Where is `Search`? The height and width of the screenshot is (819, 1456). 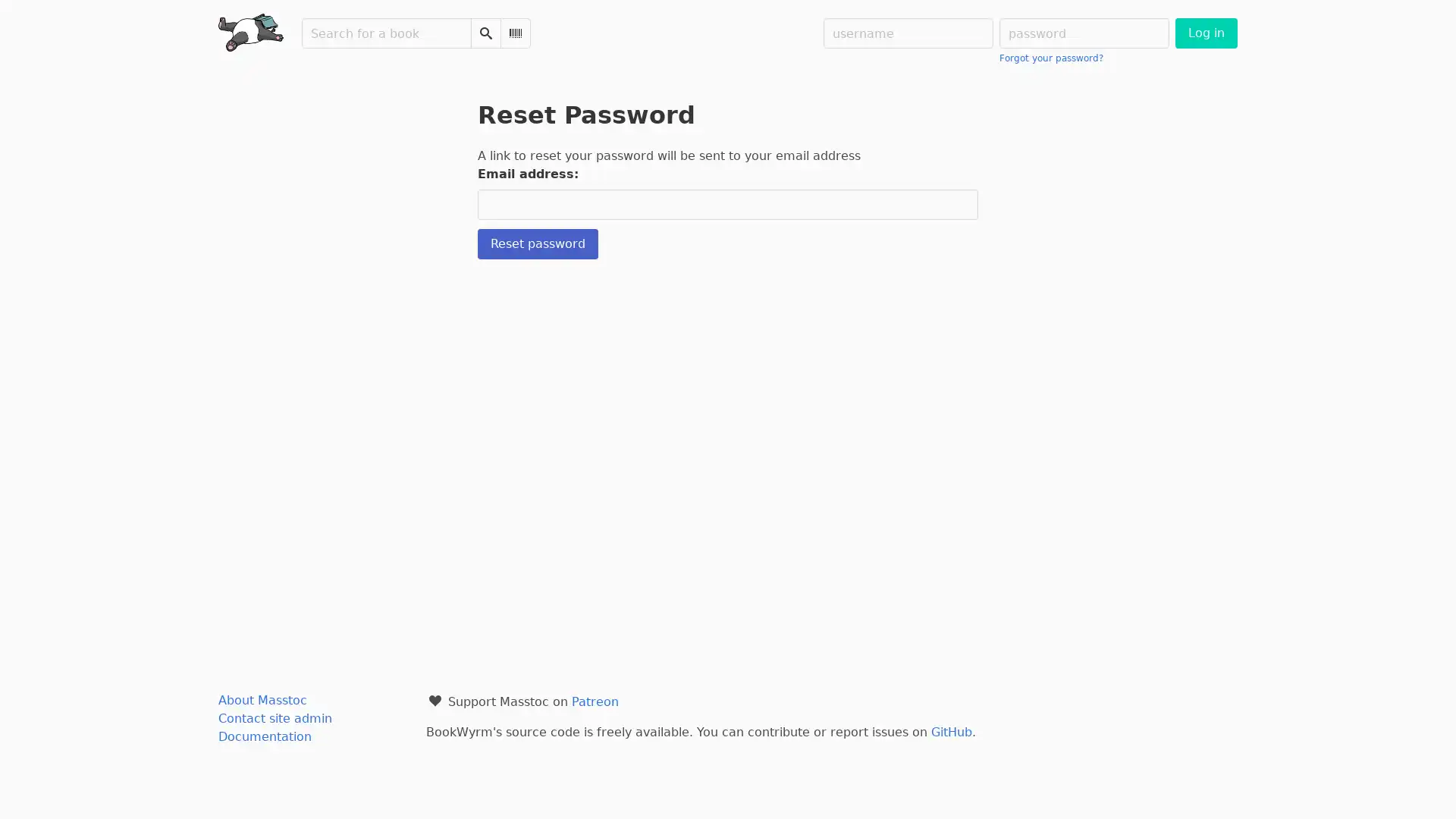
Search is located at coordinates (486, 33).